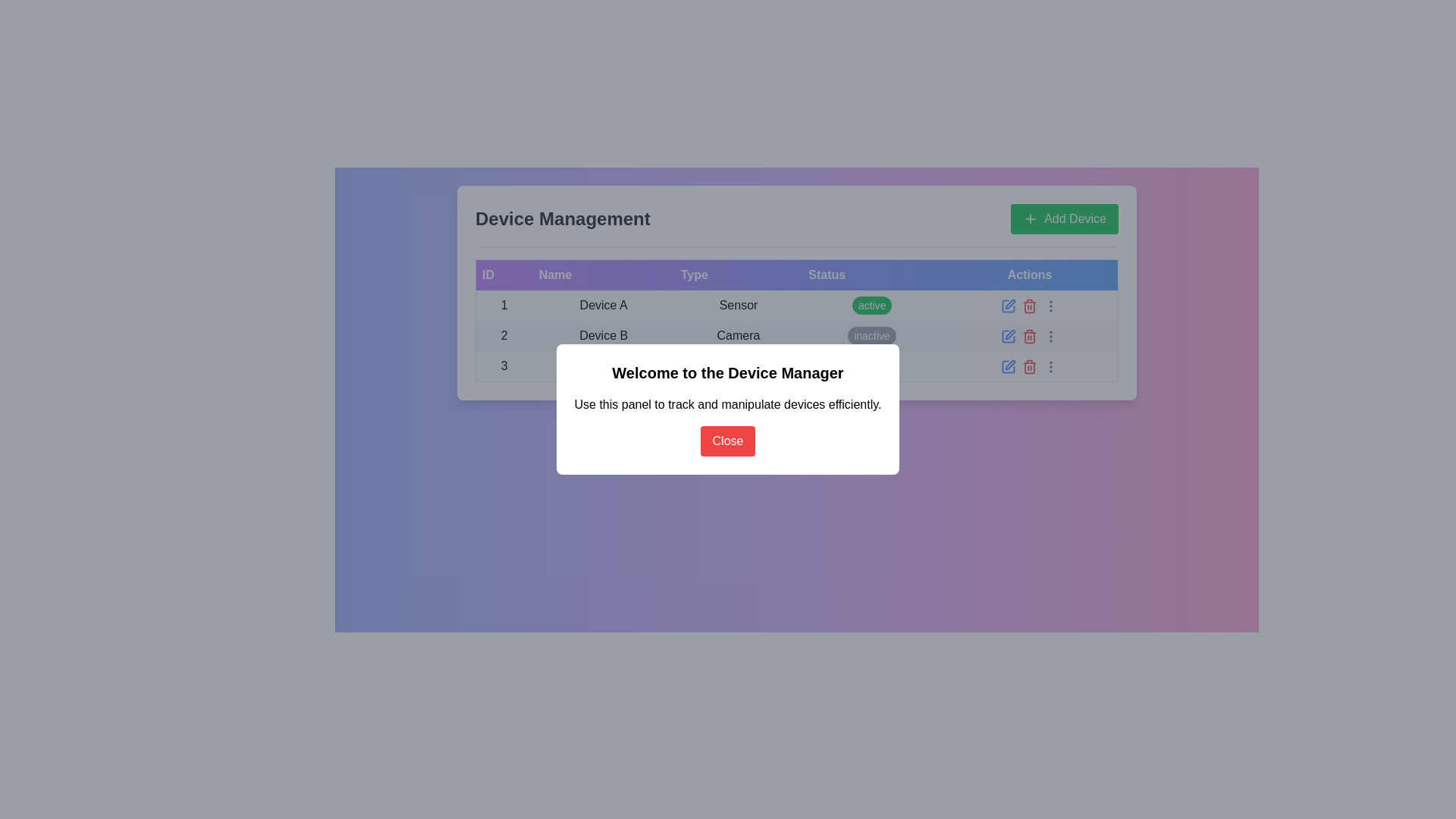 The width and height of the screenshot is (1456, 819). Describe the element at coordinates (1030, 335) in the screenshot. I see `the red trash bin icon located in the middle of the 'Actions' column in the second row of the data table, corresponding to 'Device B'` at that location.